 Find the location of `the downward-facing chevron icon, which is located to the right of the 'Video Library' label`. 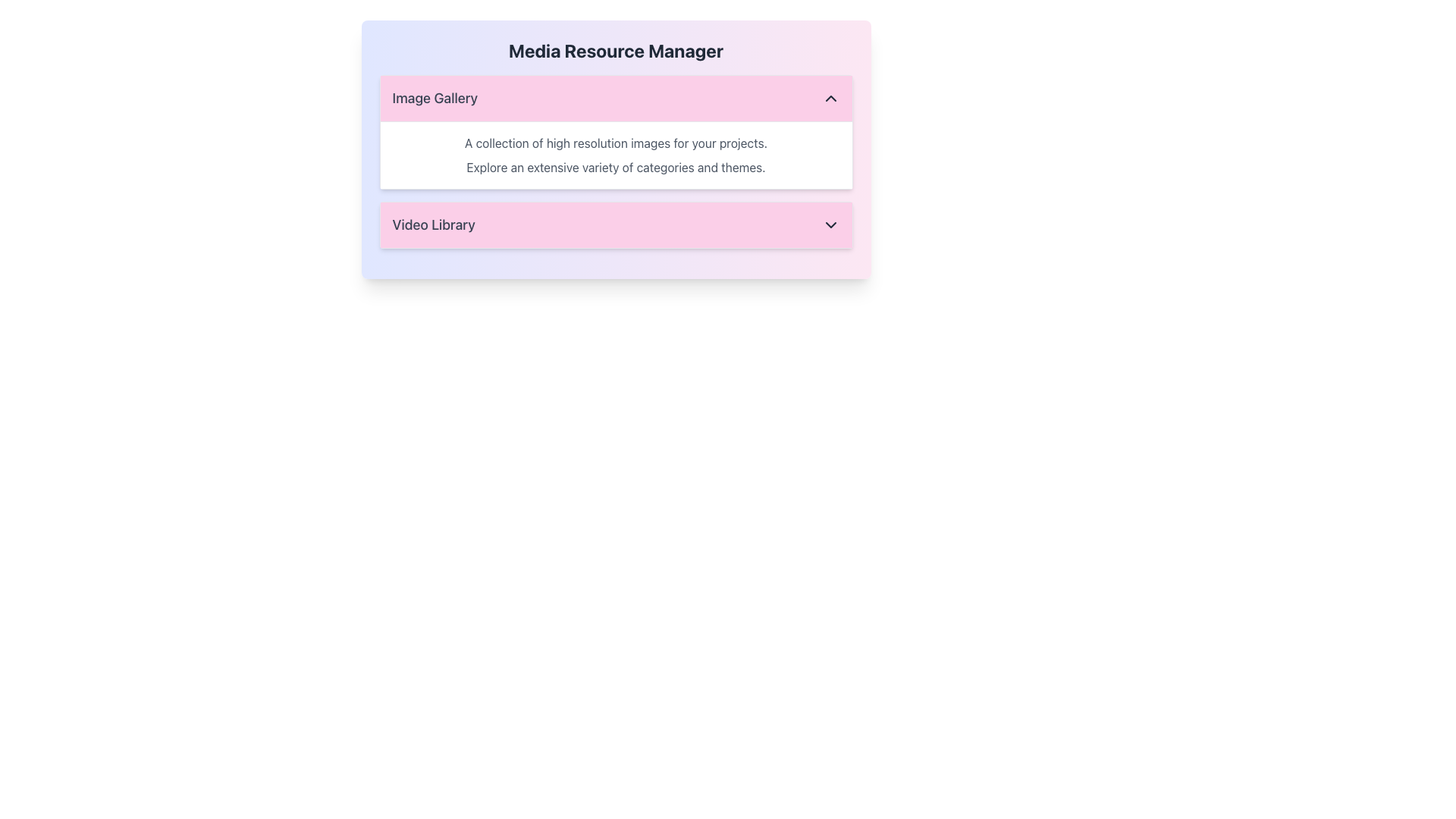

the downward-facing chevron icon, which is located to the right of the 'Video Library' label is located at coordinates (830, 225).